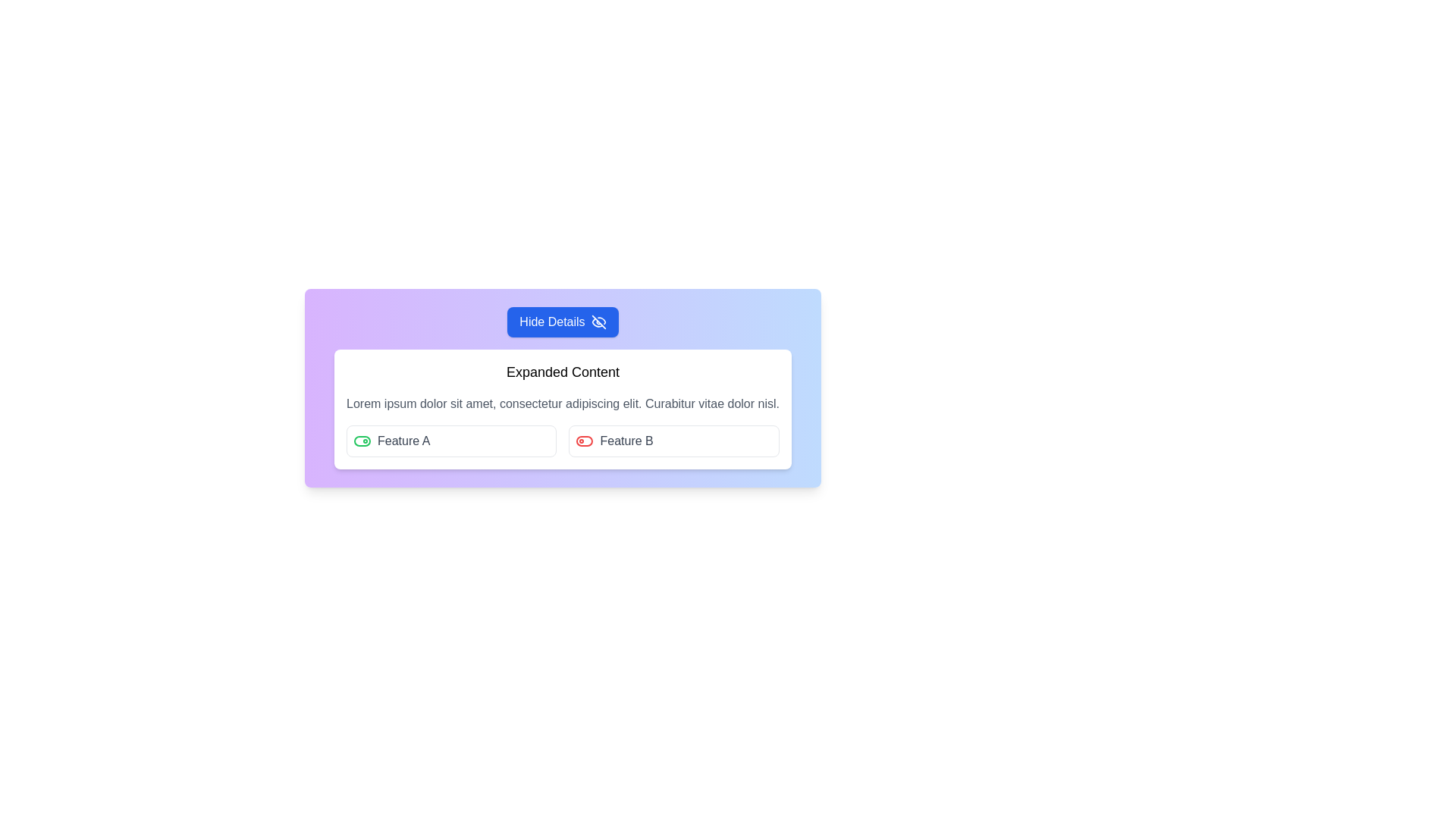 The width and height of the screenshot is (1456, 819). What do you see at coordinates (562, 441) in the screenshot?
I see `on the Toggle selection component labeled 'Feature A' and 'Feature B'` at bounding box center [562, 441].